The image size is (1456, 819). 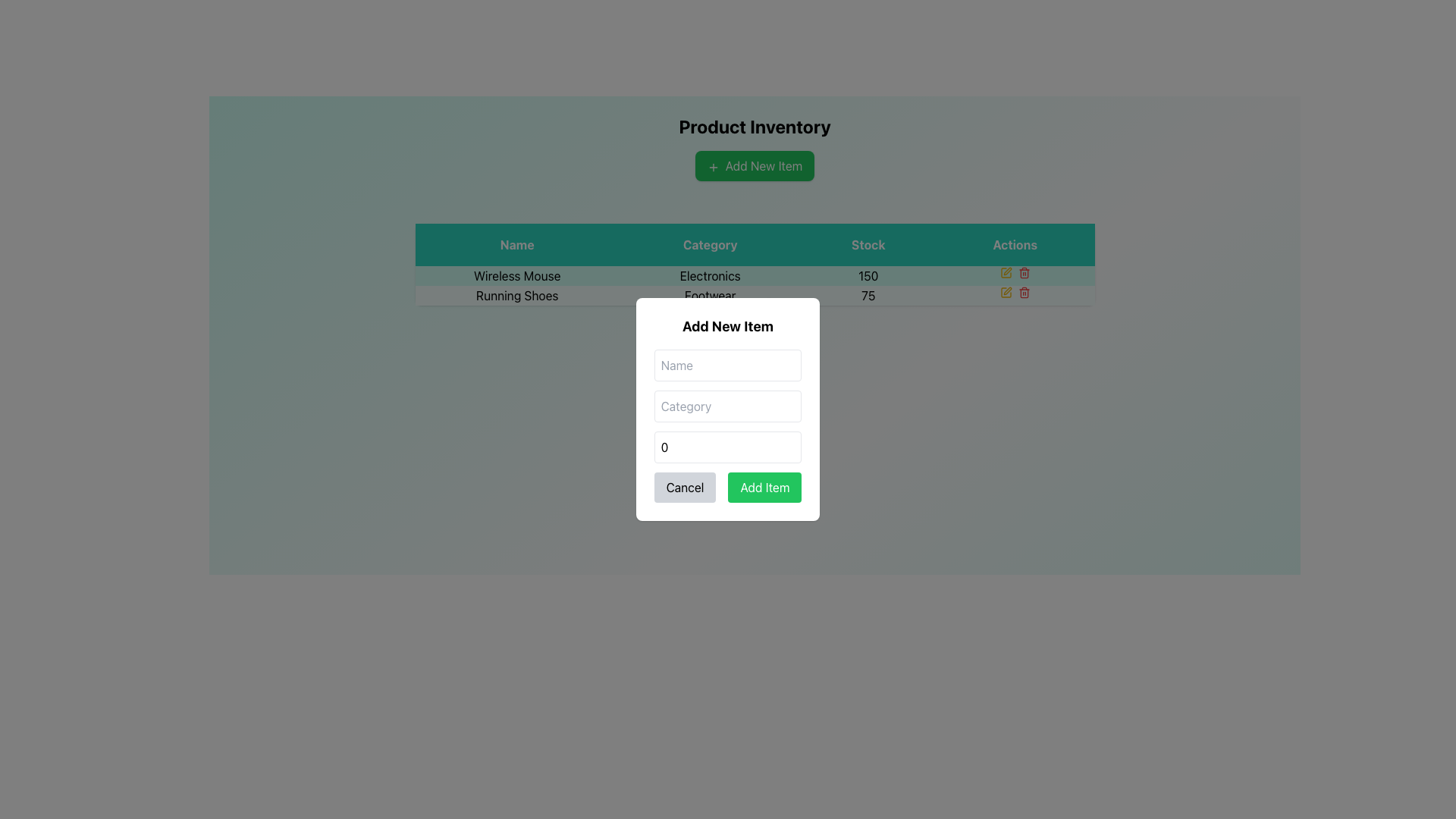 I want to click on the 'Stock' label in the table header, which indicates the quantity or stock level of items, so click(x=868, y=244).